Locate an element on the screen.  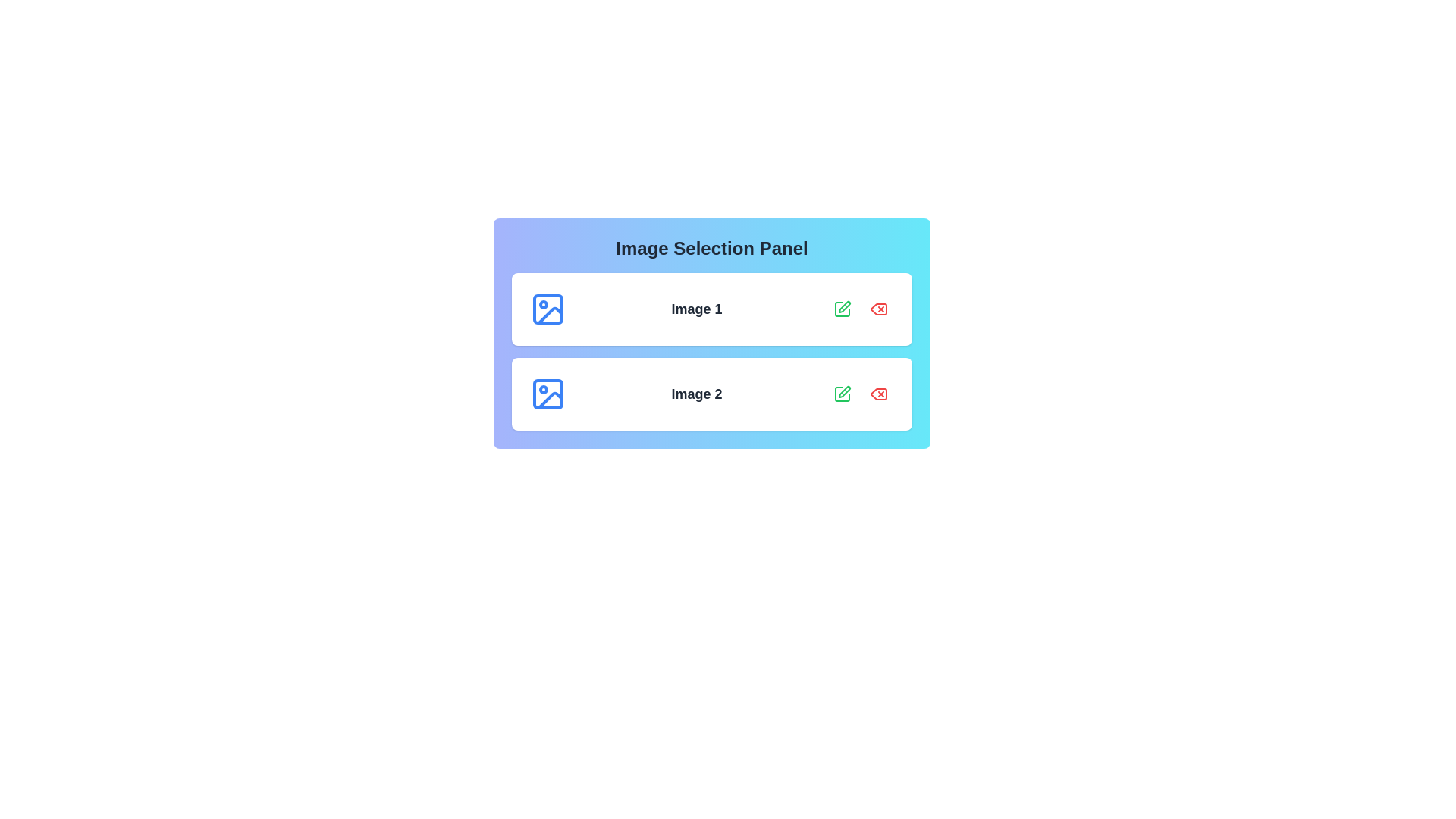
the delete button for 'Image 2' located in the bottom row of the Image Selection Panel is located at coordinates (878, 394).